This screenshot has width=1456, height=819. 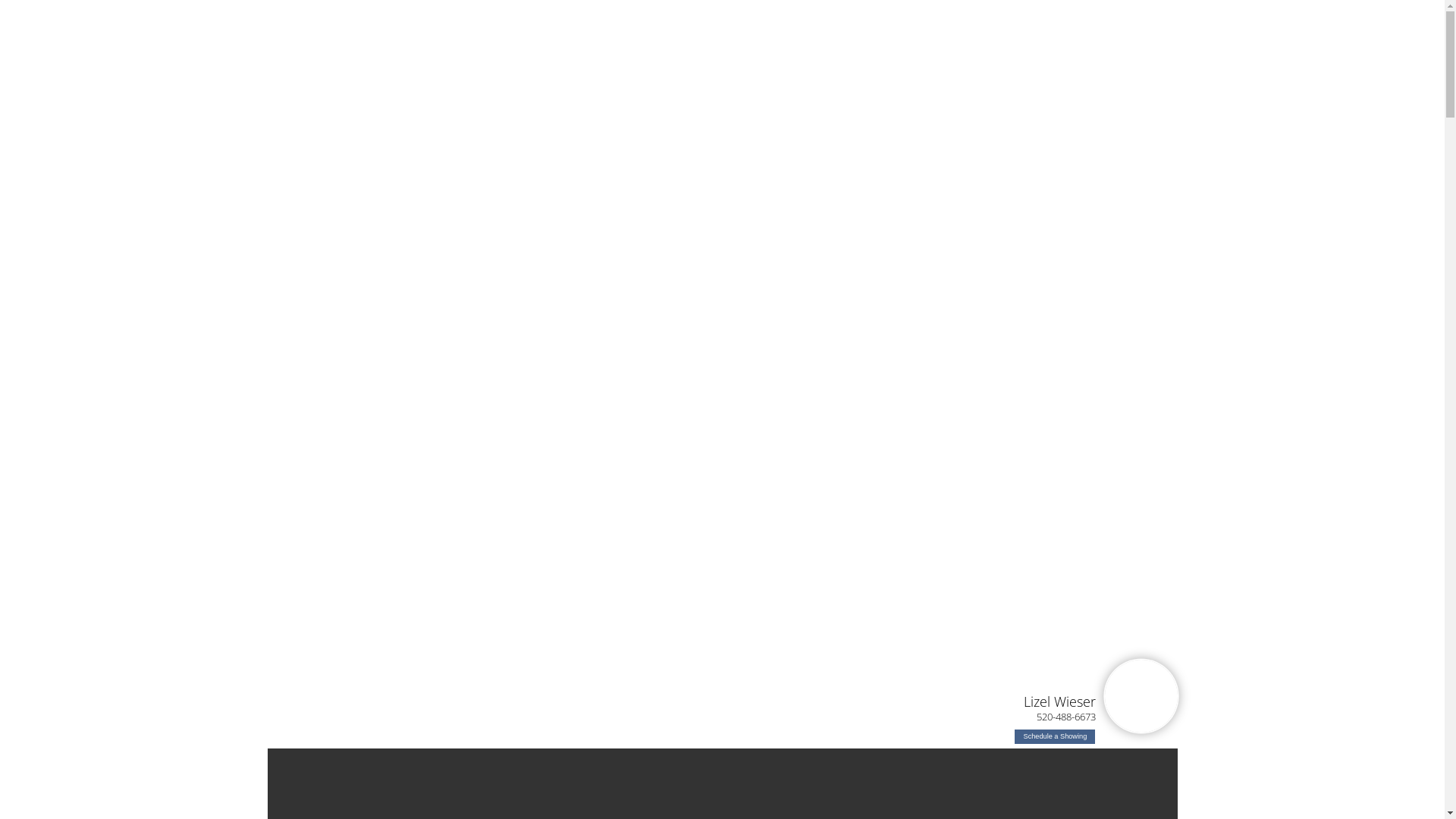 What do you see at coordinates (1054, 736) in the screenshot?
I see `'Schedule a Showing'` at bounding box center [1054, 736].